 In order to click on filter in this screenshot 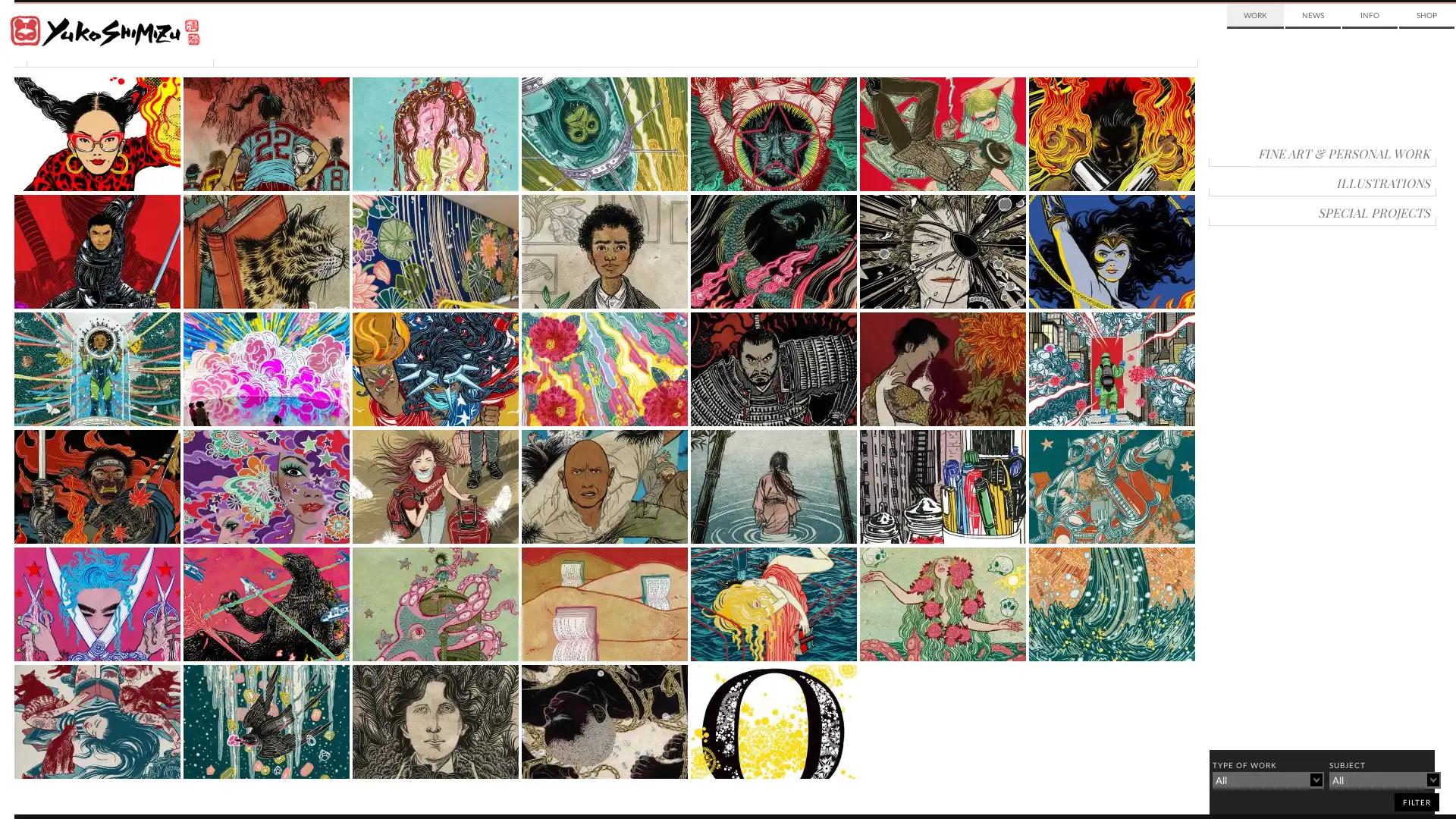, I will do `click(1416, 800)`.